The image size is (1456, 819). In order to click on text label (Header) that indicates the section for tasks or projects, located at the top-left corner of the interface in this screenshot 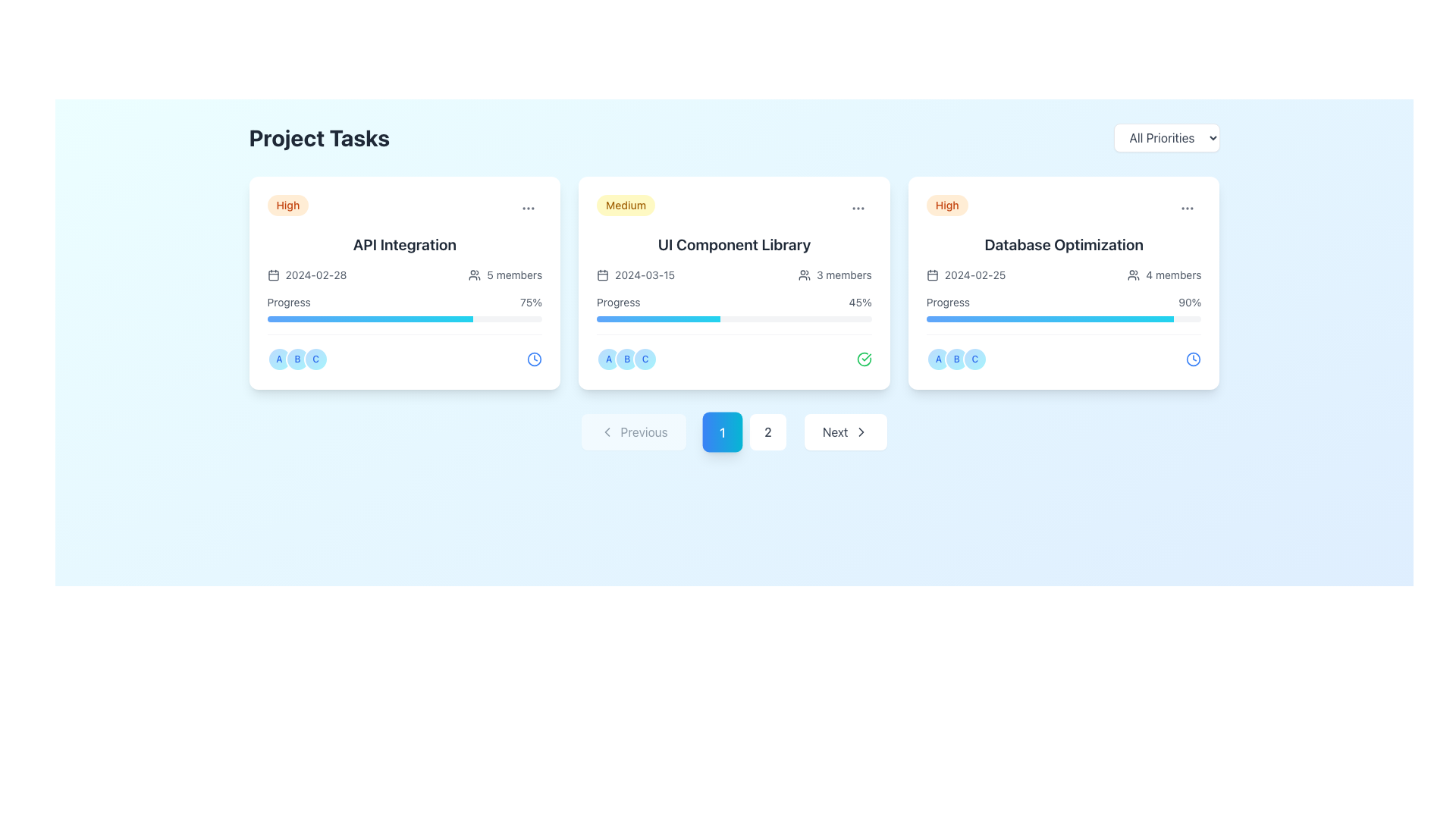, I will do `click(318, 137)`.